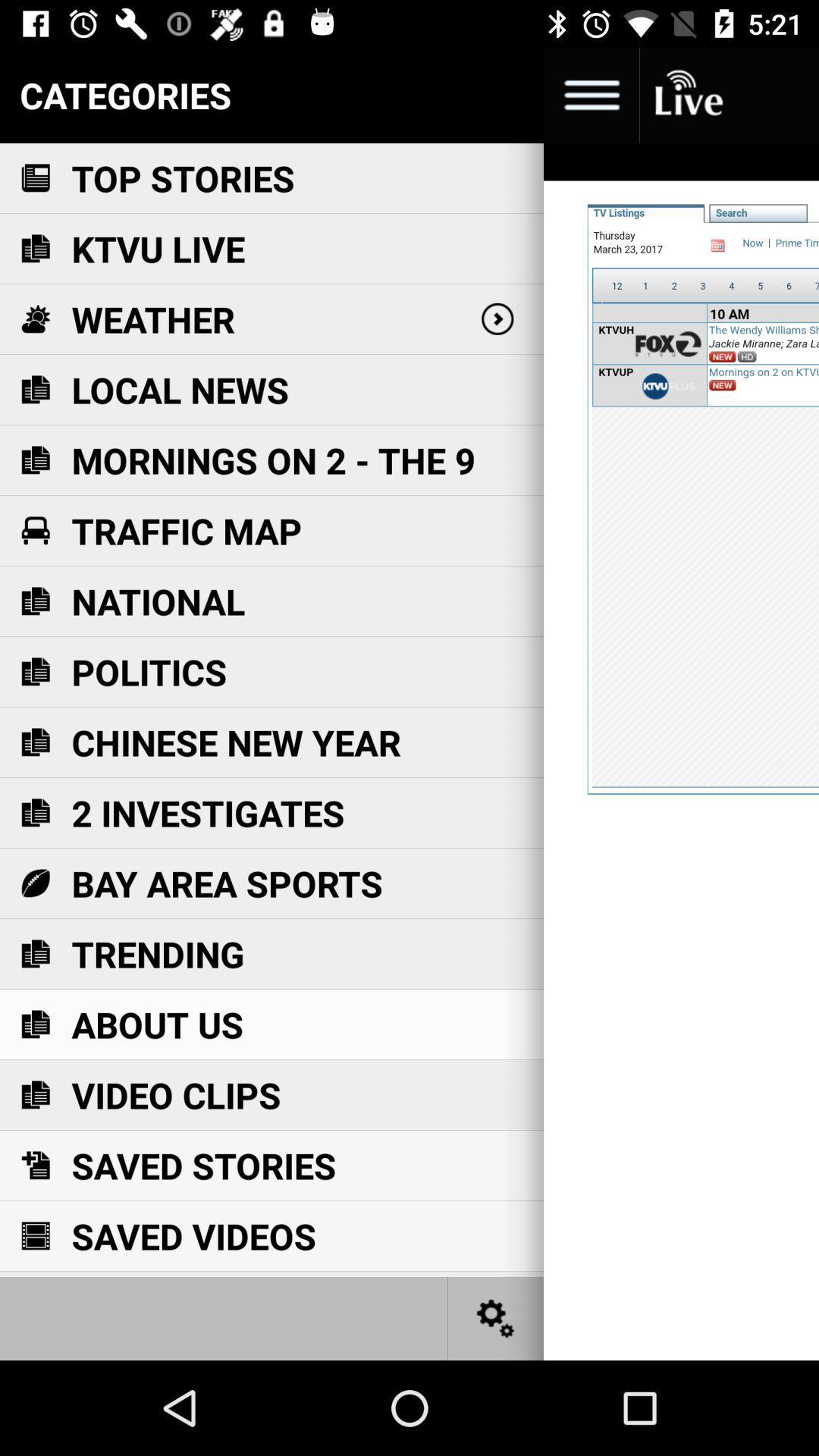 This screenshot has width=819, height=1456. Describe the element at coordinates (496, 1317) in the screenshot. I see `app settings` at that location.